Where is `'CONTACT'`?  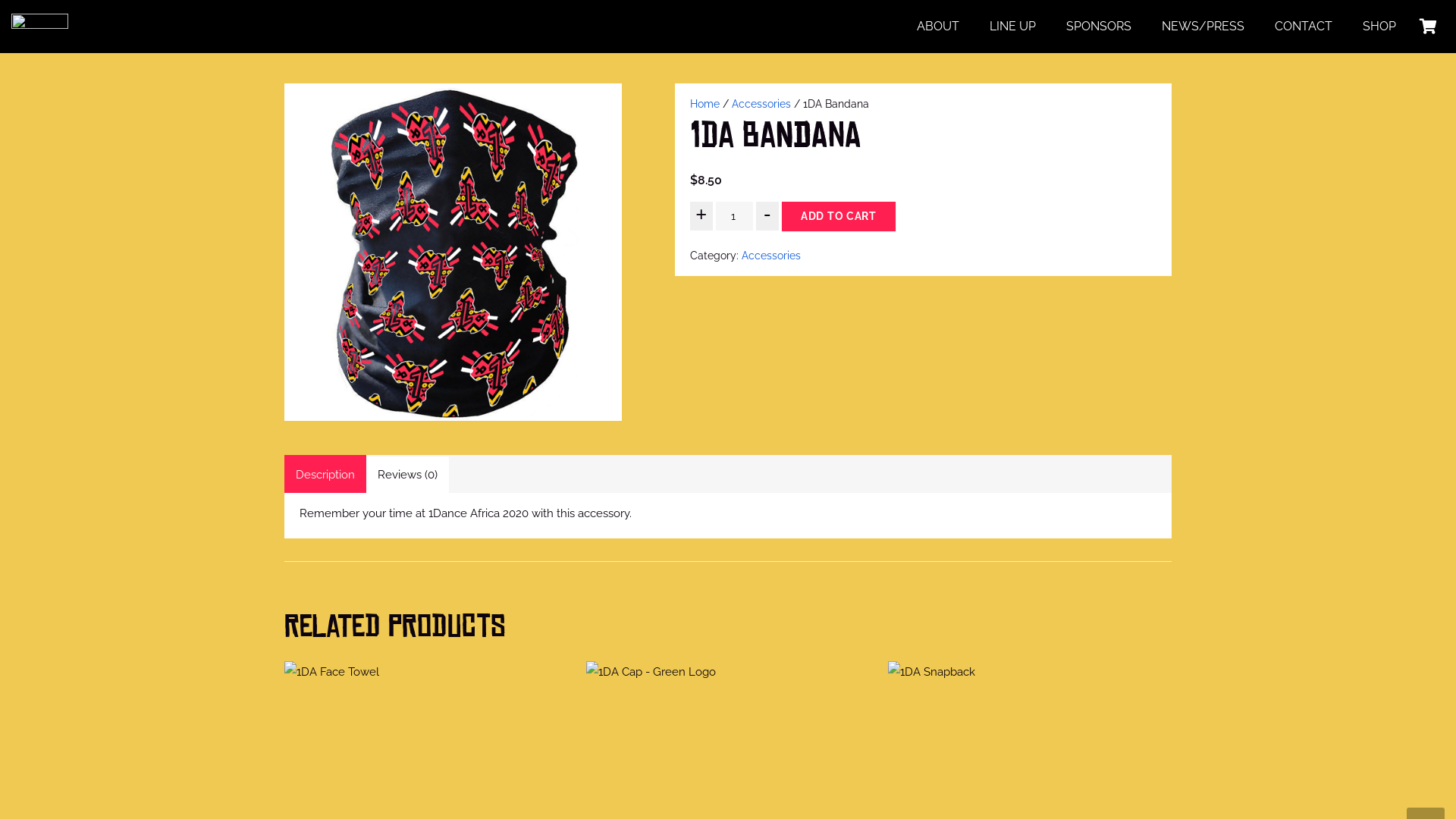 'CONTACT' is located at coordinates (1302, 26).